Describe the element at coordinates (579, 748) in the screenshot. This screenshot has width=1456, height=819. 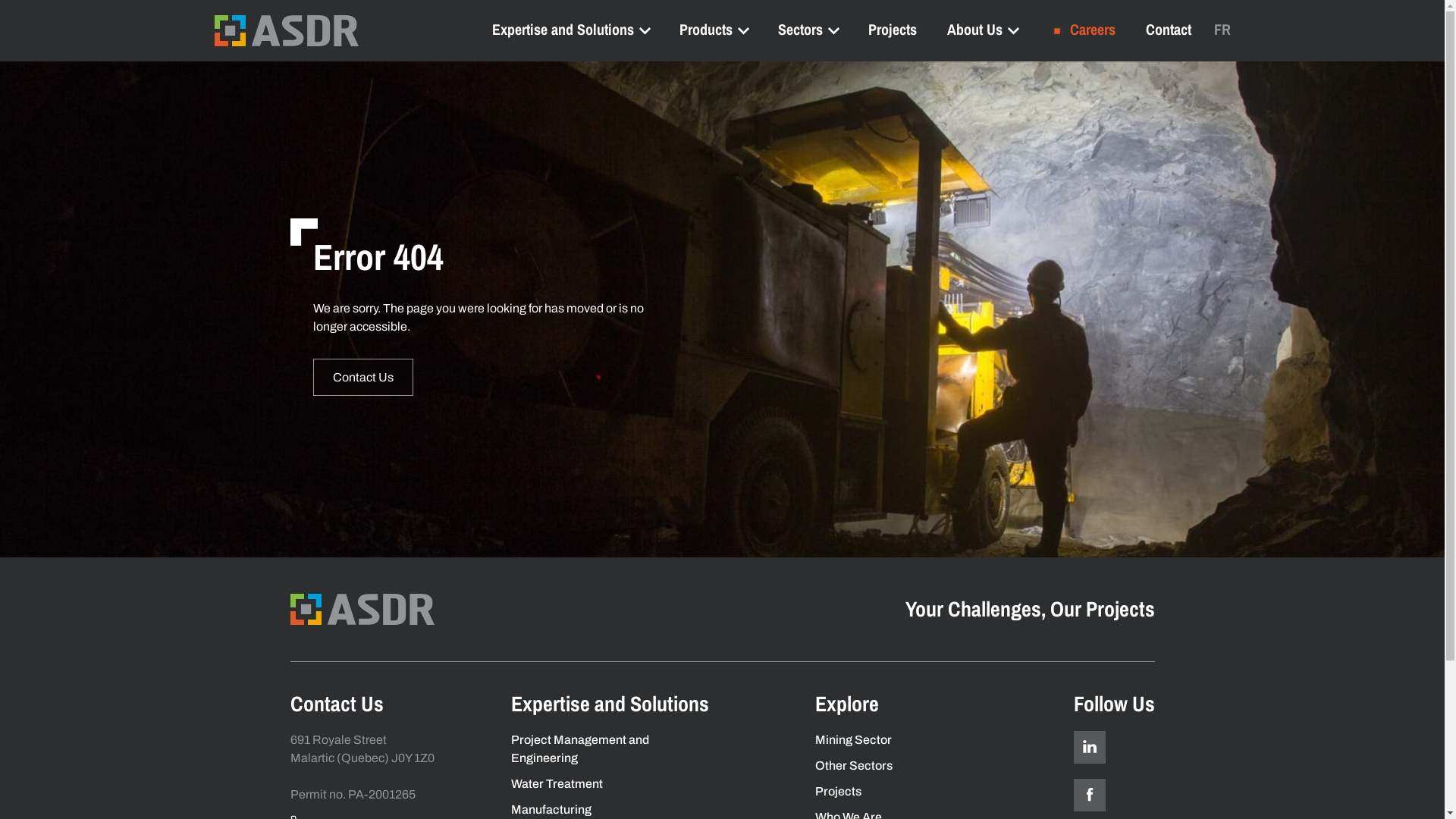
I see `'Project Management and Engineering'` at that location.